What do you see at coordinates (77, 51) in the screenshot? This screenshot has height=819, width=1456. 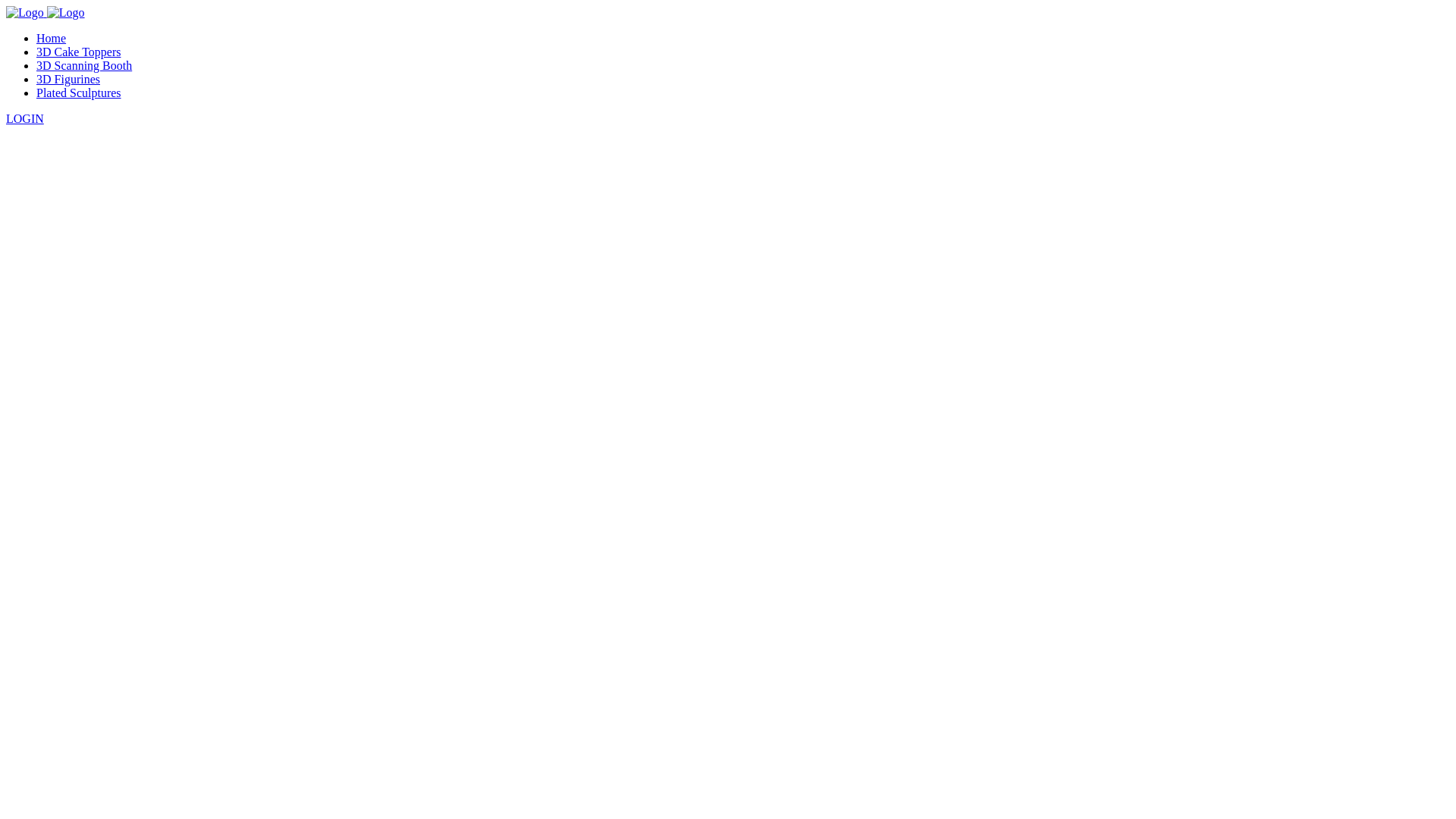 I see `'3D Cake Toppers'` at bounding box center [77, 51].